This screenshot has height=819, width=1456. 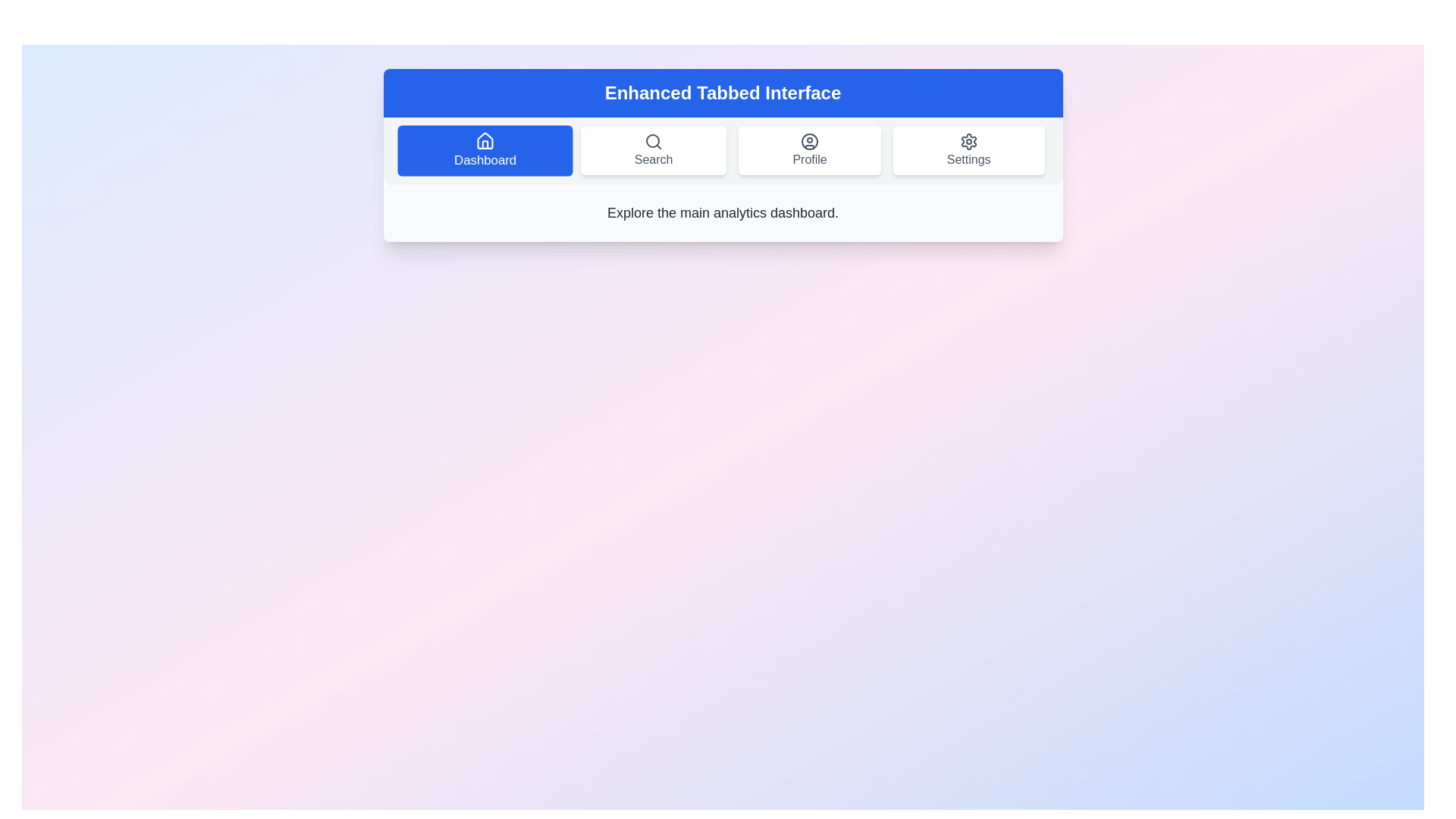 I want to click on the house icon in the navigation bar labeled 'Dashboard', so click(x=484, y=140).